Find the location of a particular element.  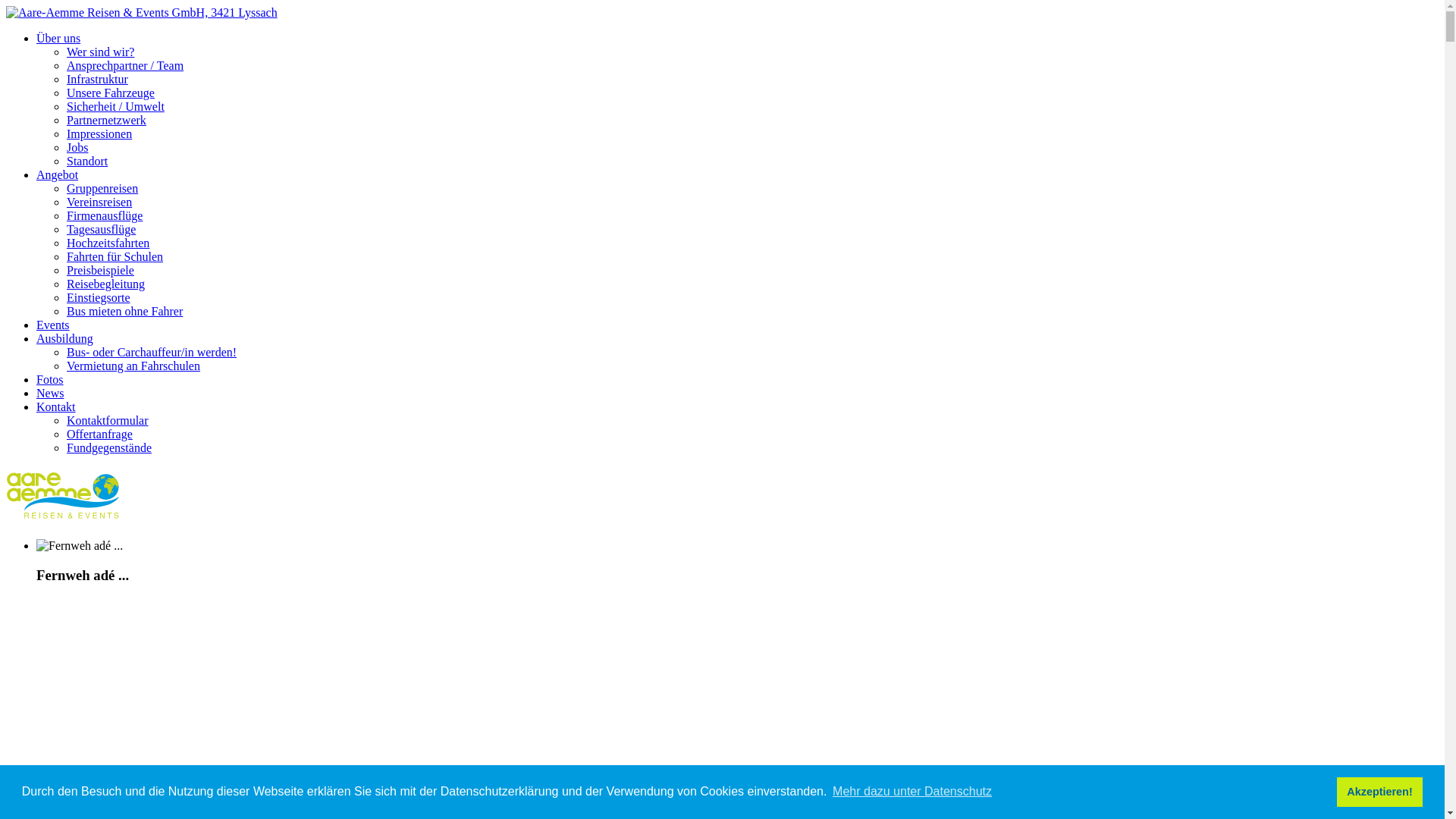

'Infrastruktur' is located at coordinates (96, 79).